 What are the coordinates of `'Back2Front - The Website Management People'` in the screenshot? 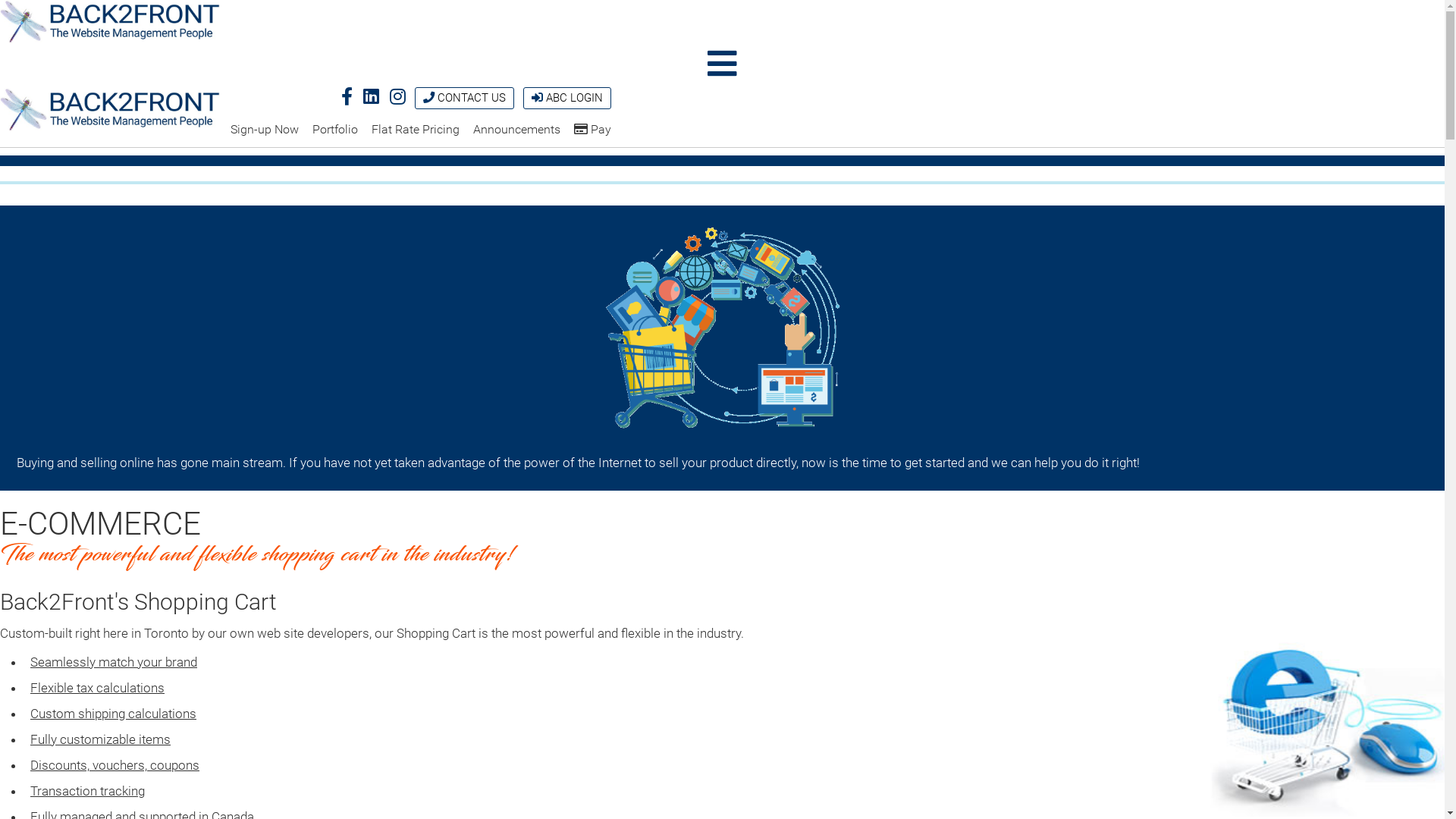 It's located at (108, 21).